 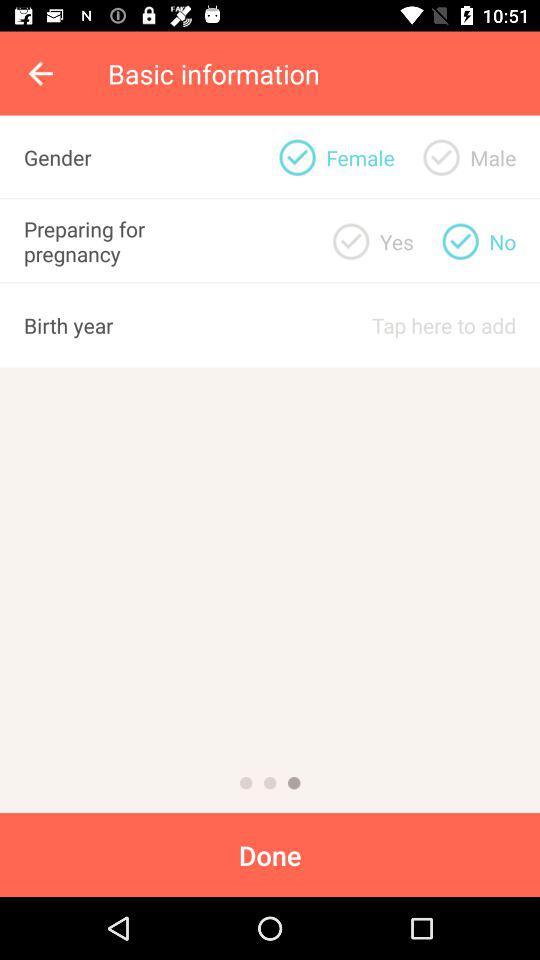 What do you see at coordinates (296, 156) in the screenshot?
I see `the check icon` at bounding box center [296, 156].